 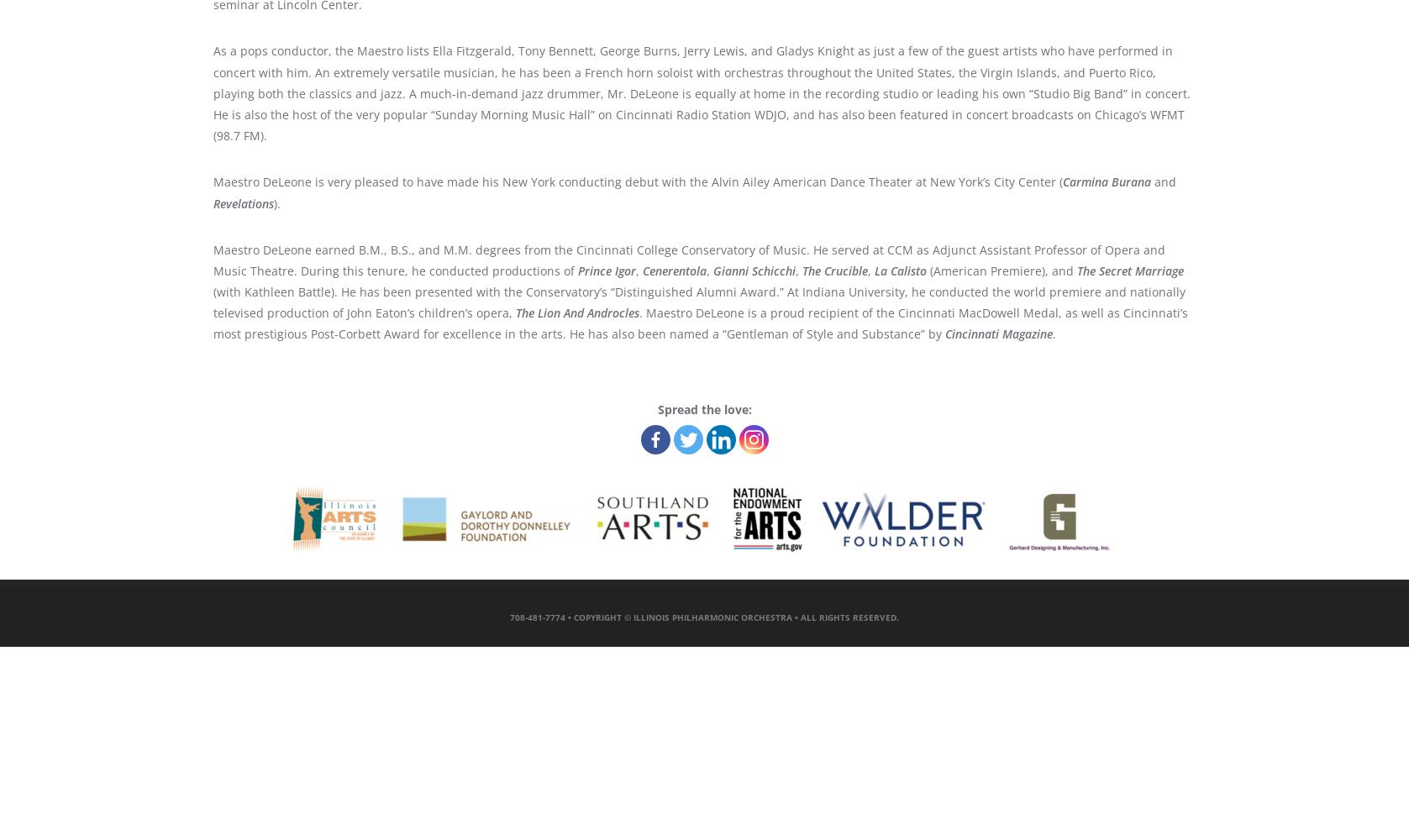 What do you see at coordinates (703, 407) in the screenshot?
I see `'Spread the love:'` at bounding box center [703, 407].